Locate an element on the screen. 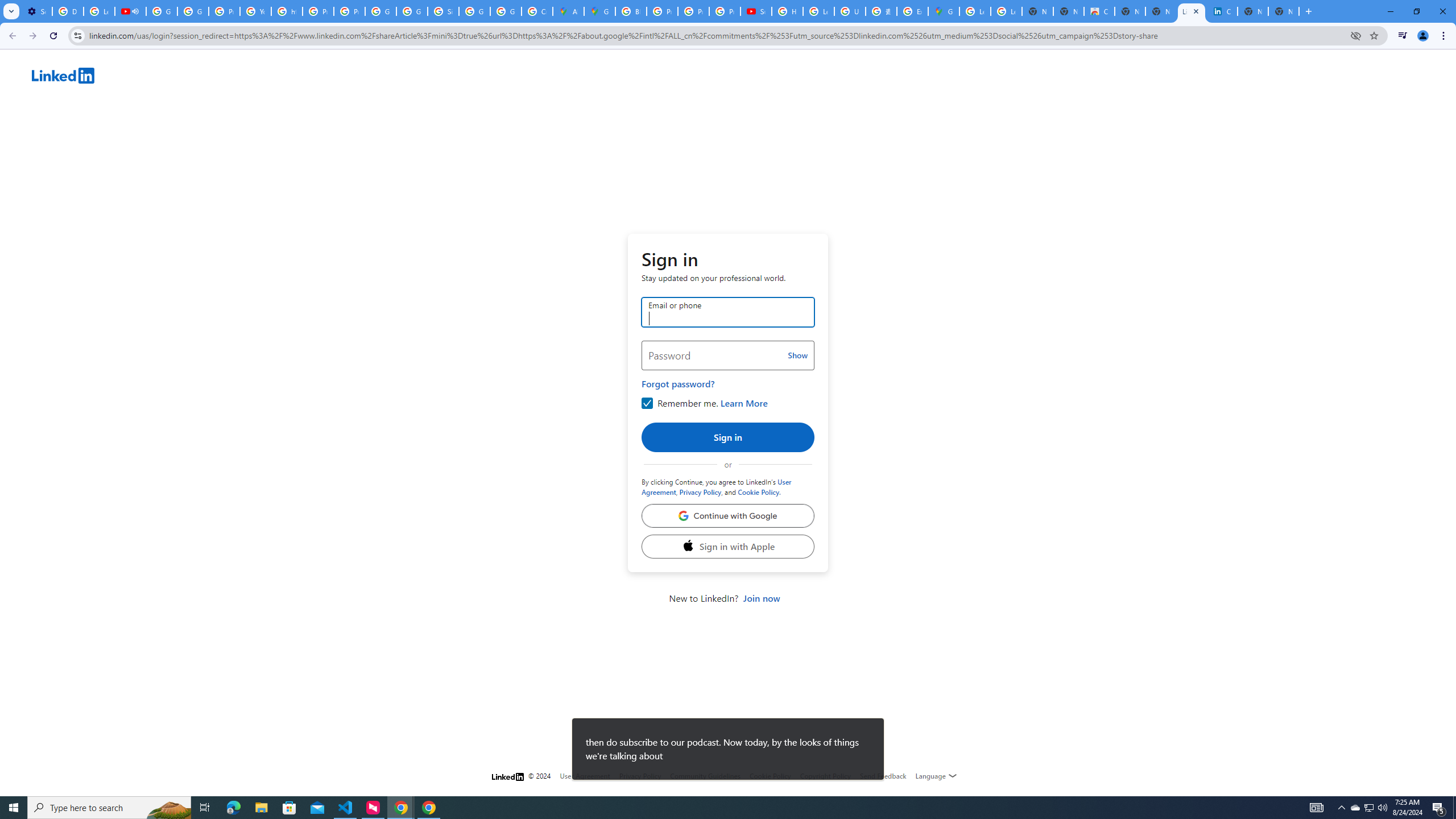 The height and width of the screenshot is (819, 1456). 'How Chrome protects your passwords - Google Chrome Help' is located at coordinates (787, 11).